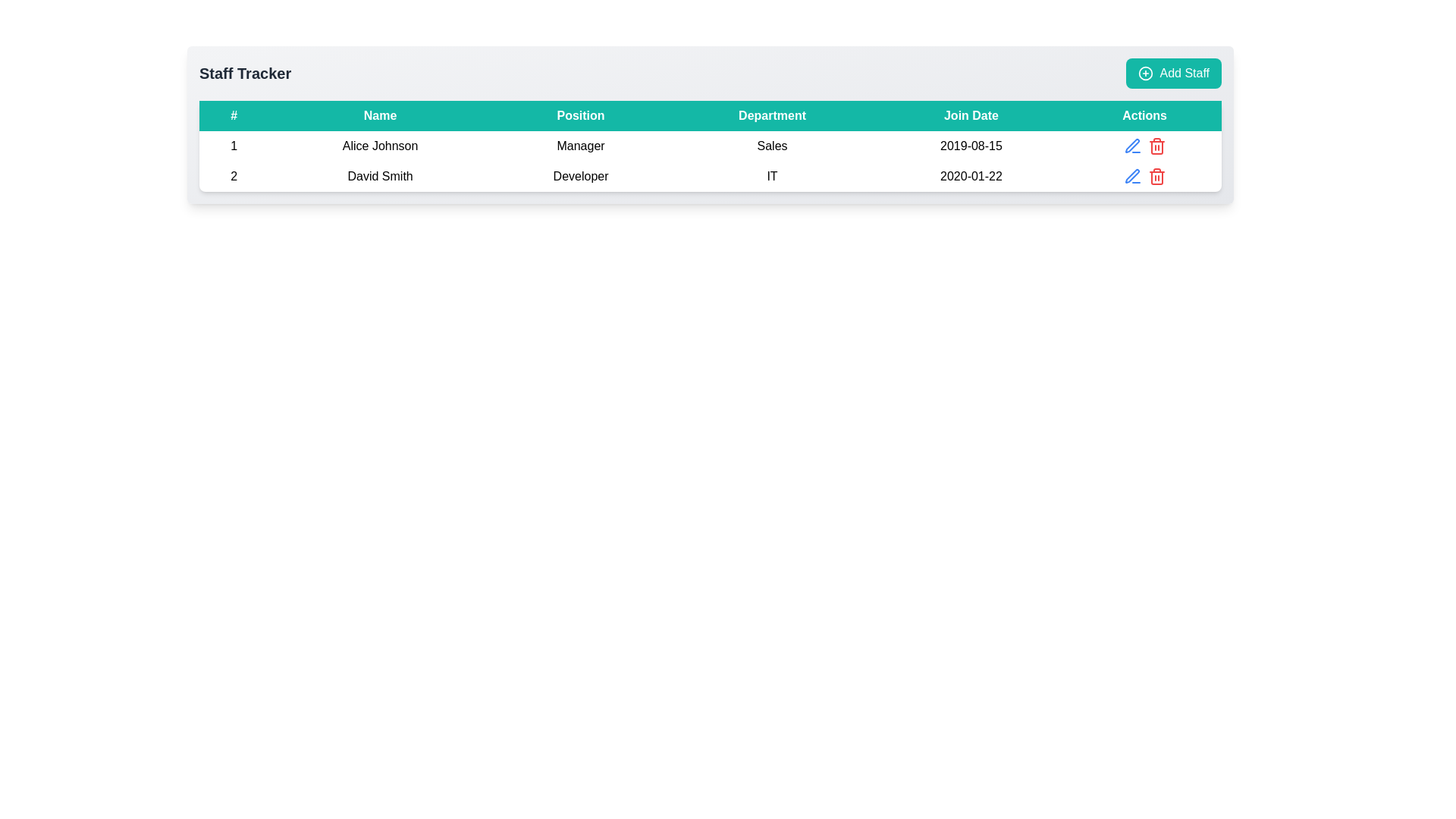 Image resolution: width=1456 pixels, height=819 pixels. What do you see at coordinates (971, 175) in the screenshot?
I see `the Text Cell displaying the joining date of an employee in the staff tracker application, located in the second row under the 'Join Date' column` at bounding box center [971, 175].